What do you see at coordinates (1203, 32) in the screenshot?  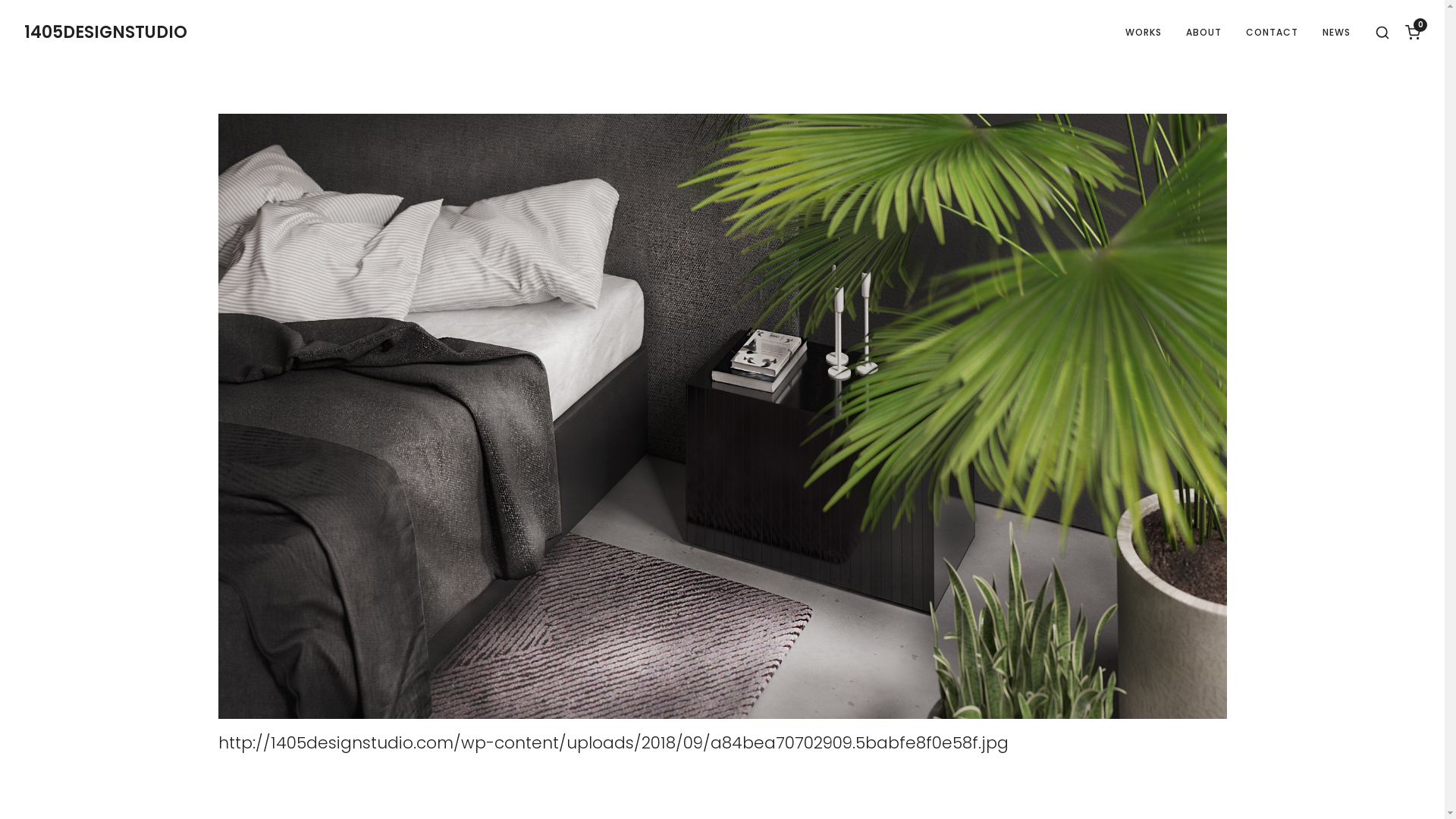 I see `'ABOUT'` at bounding box center [1203, 32].